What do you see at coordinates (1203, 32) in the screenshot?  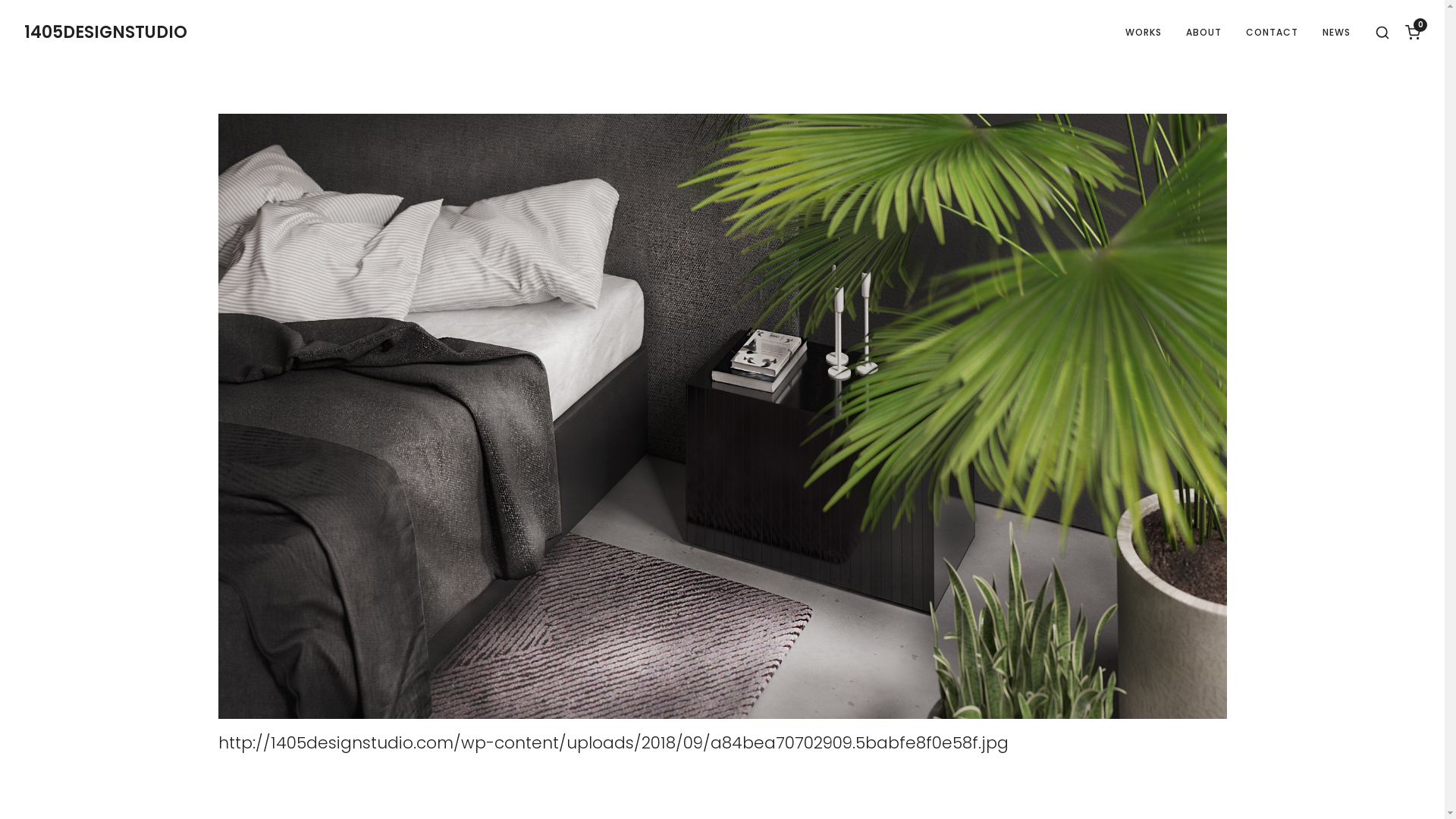 I see `'ABOUT'` at bounding box center [1203, 32].